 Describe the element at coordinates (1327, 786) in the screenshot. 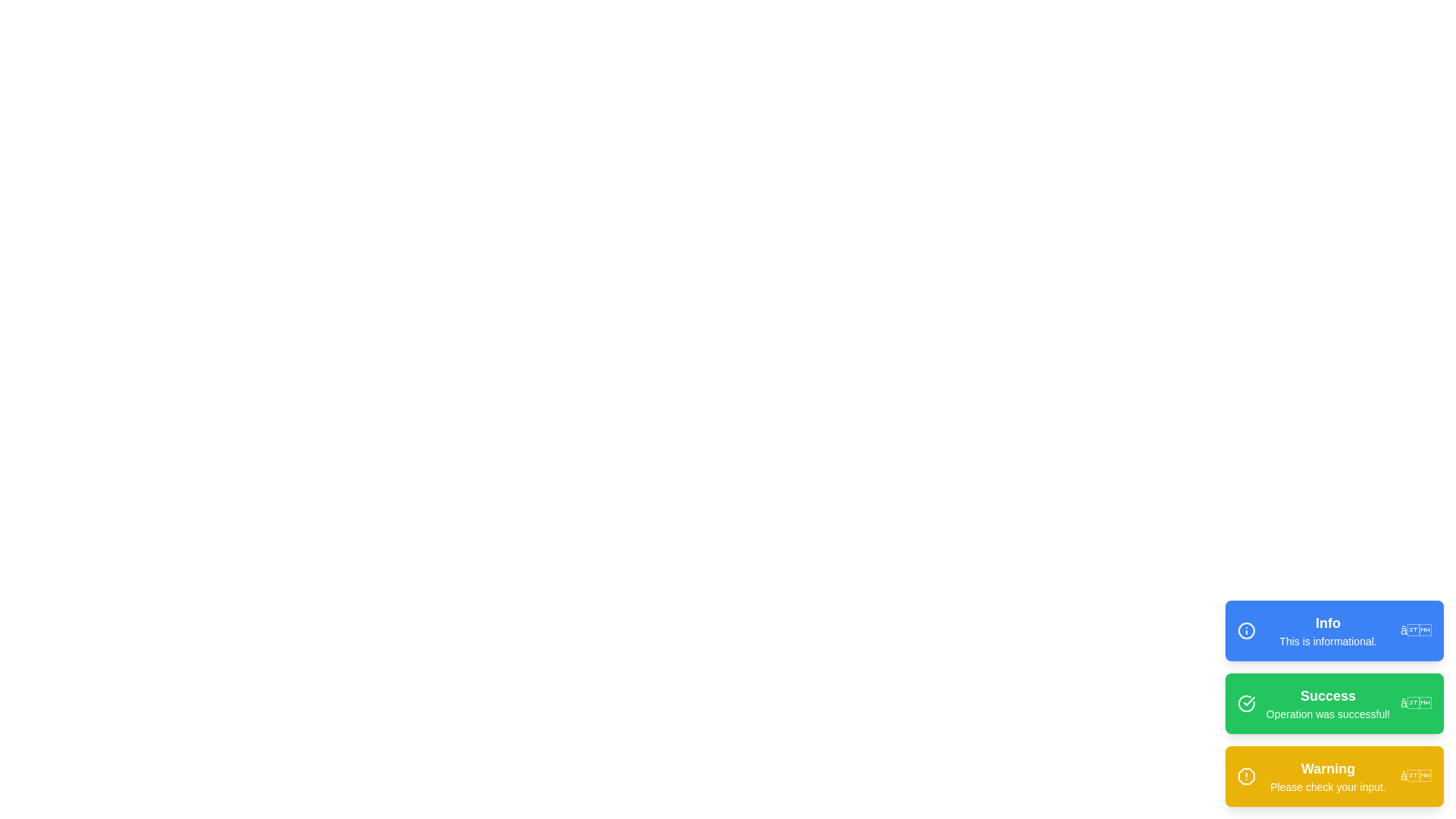

I see `styling of the warning message text located beneath the 'Warning' title in the 'Warning' card at the bottom of the three-card stack` at that location.